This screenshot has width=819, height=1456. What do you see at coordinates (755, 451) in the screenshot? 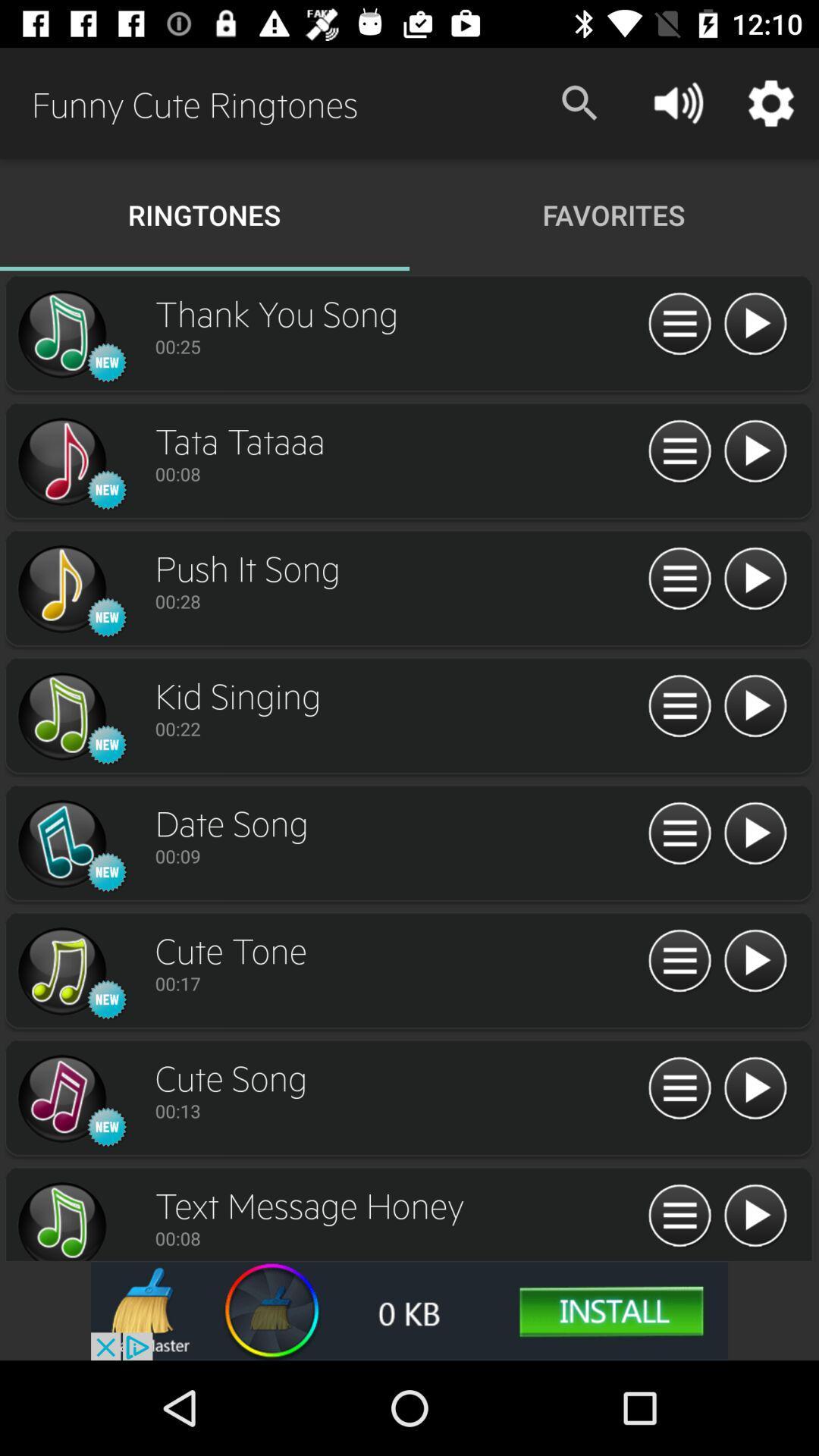
I see `ringtone` at bounding box center [755, 451].